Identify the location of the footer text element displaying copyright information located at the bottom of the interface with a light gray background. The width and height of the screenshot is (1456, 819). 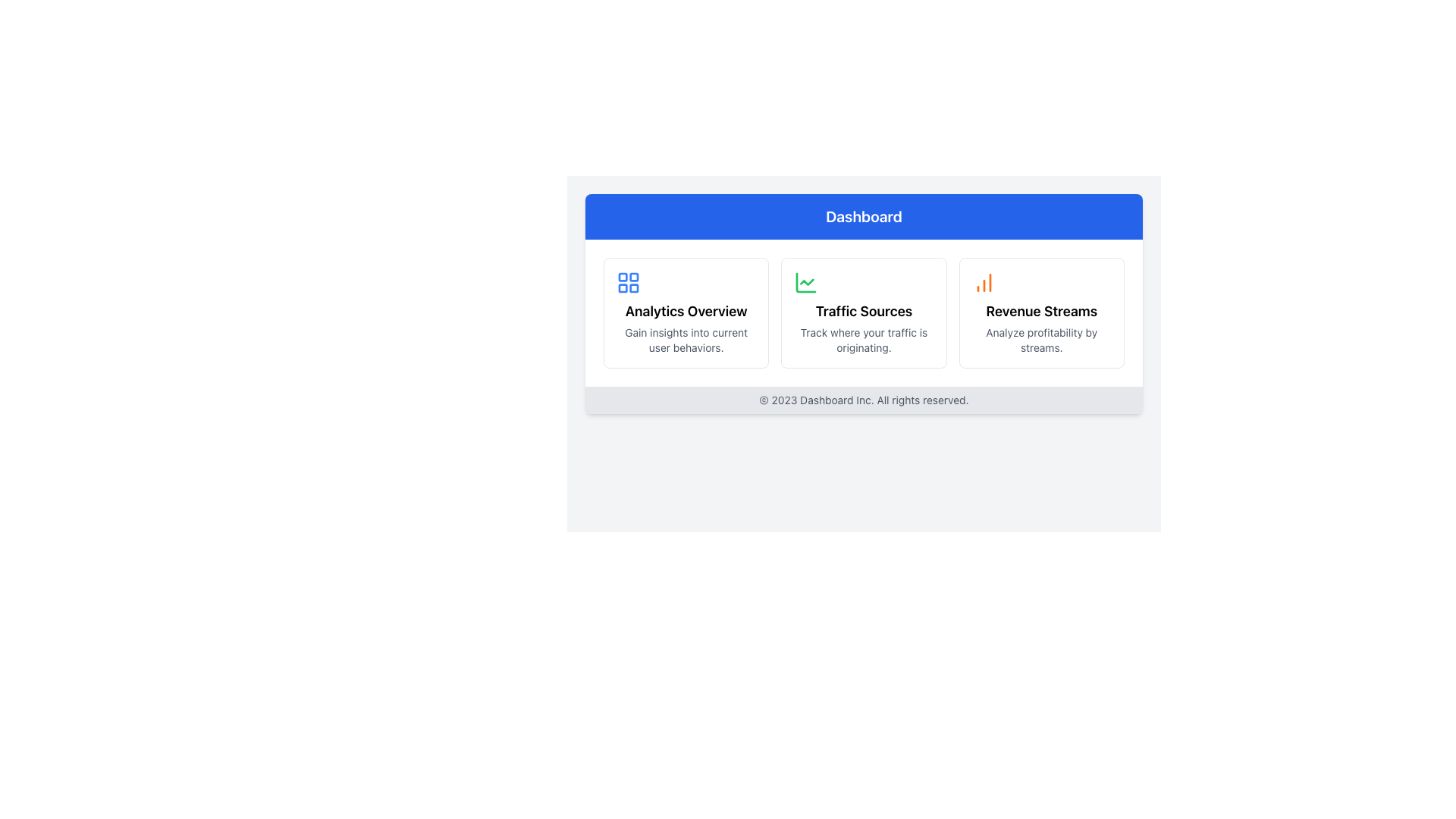
(864, 400).